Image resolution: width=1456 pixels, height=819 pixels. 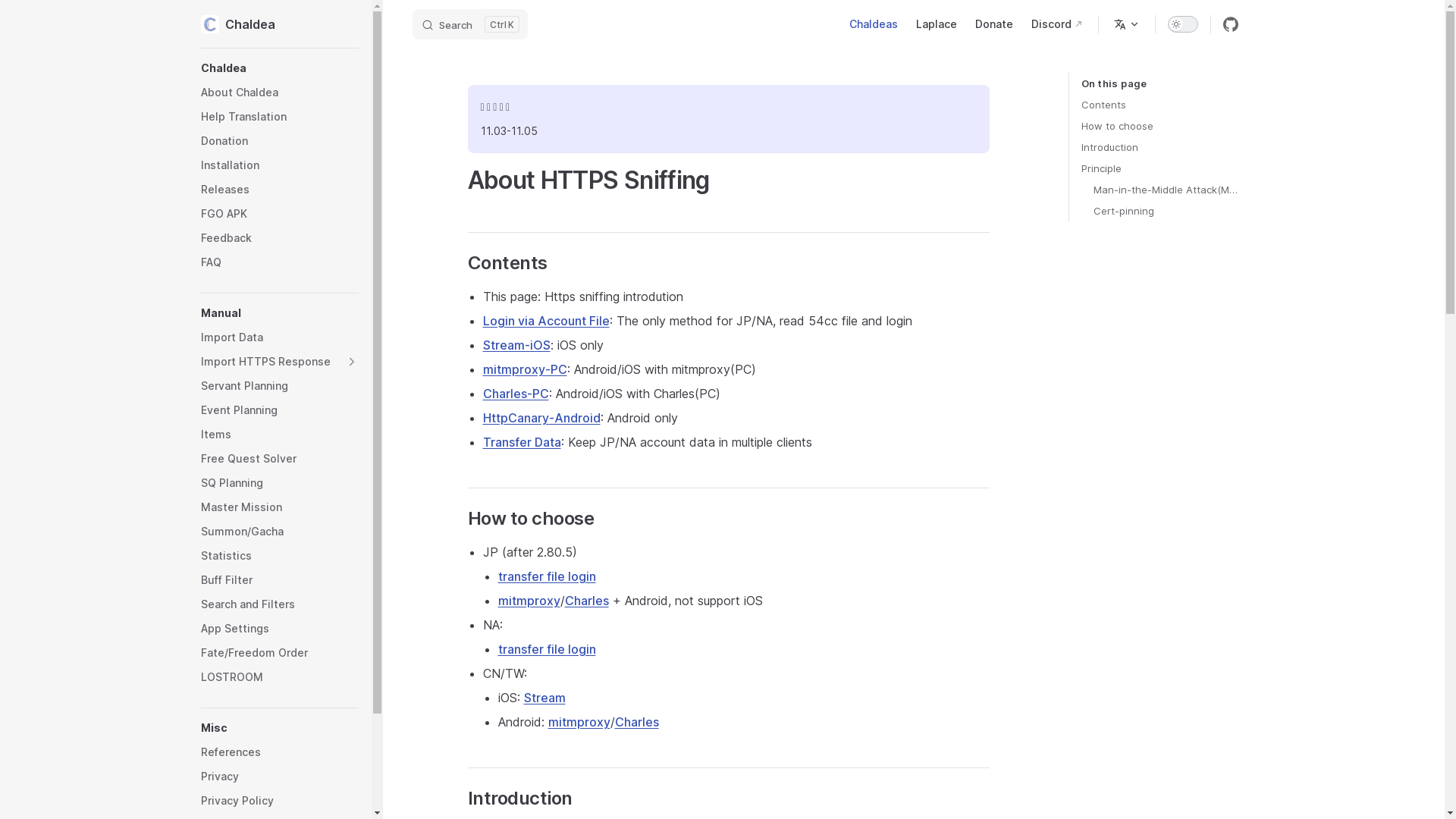 What do you see at coordinates (993, 24) in the screenshot?
I see `'Donate'` at bounding box center [993, 24].